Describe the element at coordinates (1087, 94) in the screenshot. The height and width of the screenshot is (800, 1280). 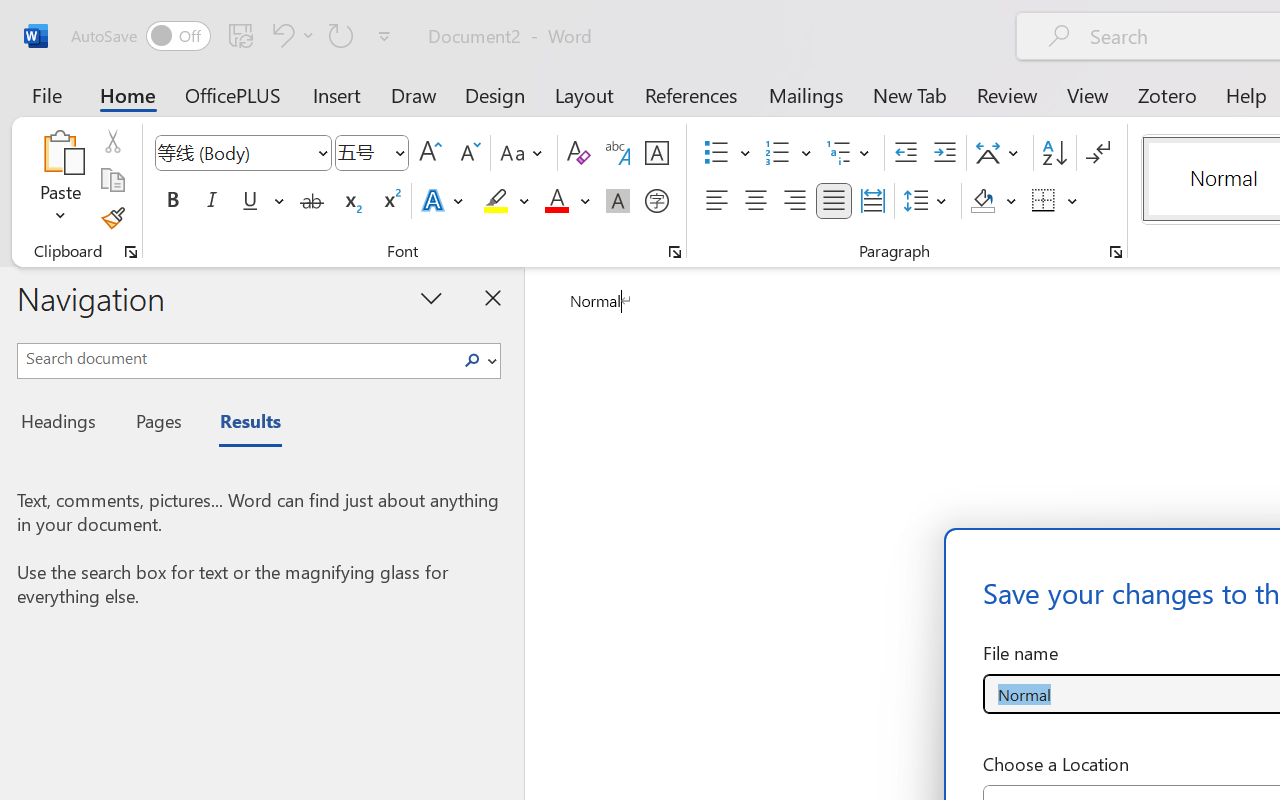
I see `'View'` at that location.